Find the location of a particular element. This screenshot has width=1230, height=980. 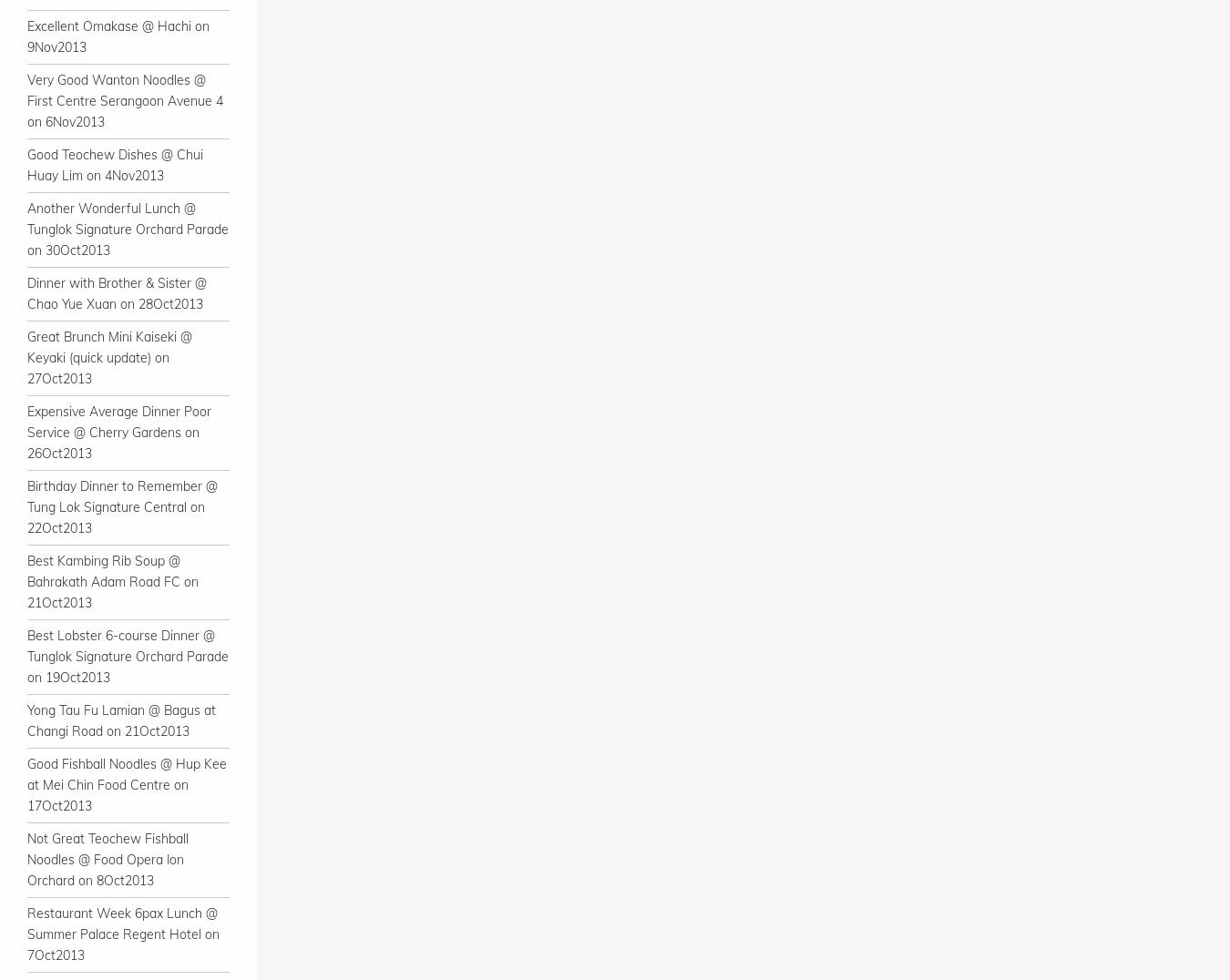

'Dinner with Brother & Sister @ Chao Yue Xuan on 28Oct2013' is located at coordinates (26, 293).